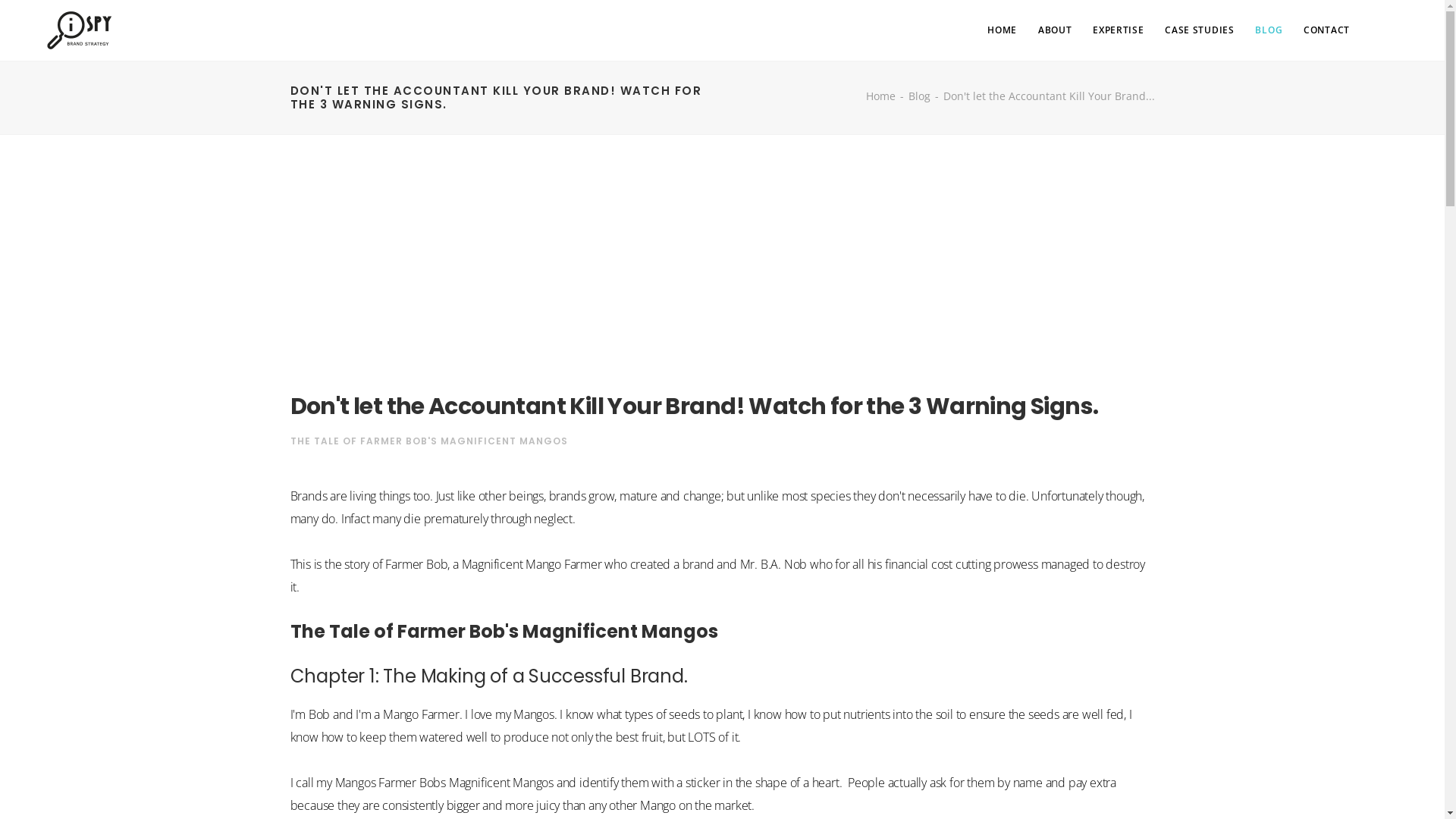 The height and width of the screenshot is (819, 1456). What do you see at coordinates (1326, 30) in the screenshot?
I see `'CONTACT'` at bounding box center [1326, 30].